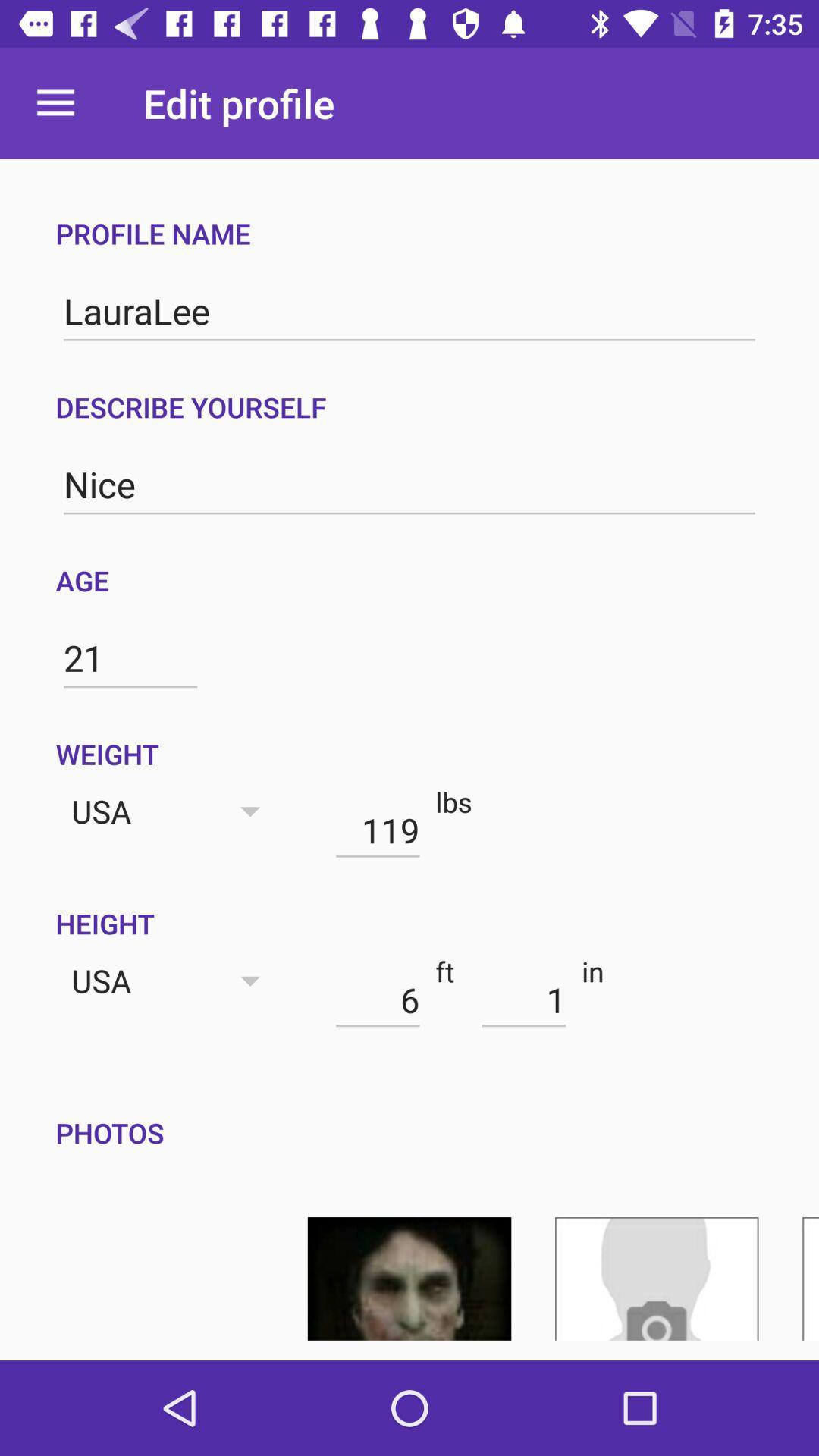 The height and width of the screenshot is (1456, 819). What do you see at coordinates (130, 658) in the screenshot?
I see `icon above the weight icon` at bounding box center [130, 658].